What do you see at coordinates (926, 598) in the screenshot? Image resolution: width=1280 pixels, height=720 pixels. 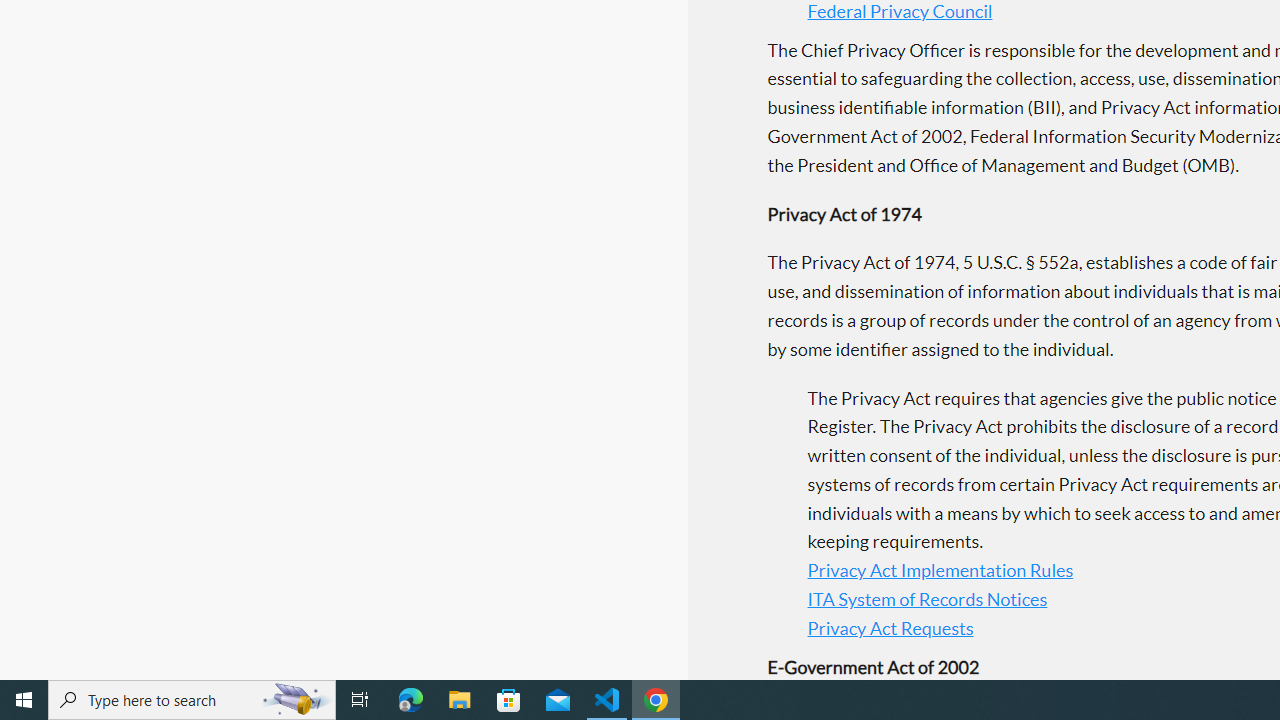 I see `'ITA System of Records Notices'` at bounding box center [926, 598].